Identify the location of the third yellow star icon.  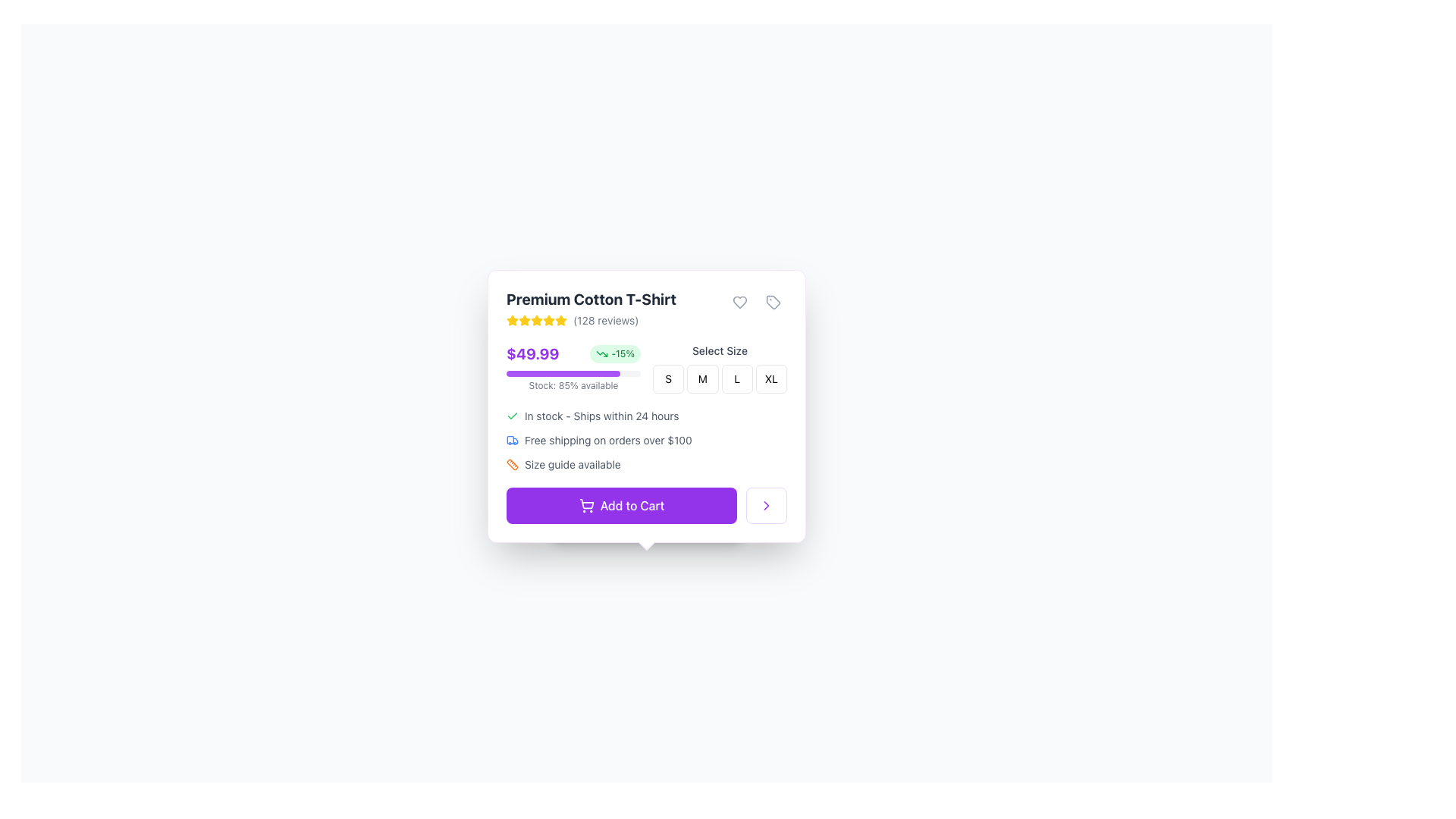
(524, 320).